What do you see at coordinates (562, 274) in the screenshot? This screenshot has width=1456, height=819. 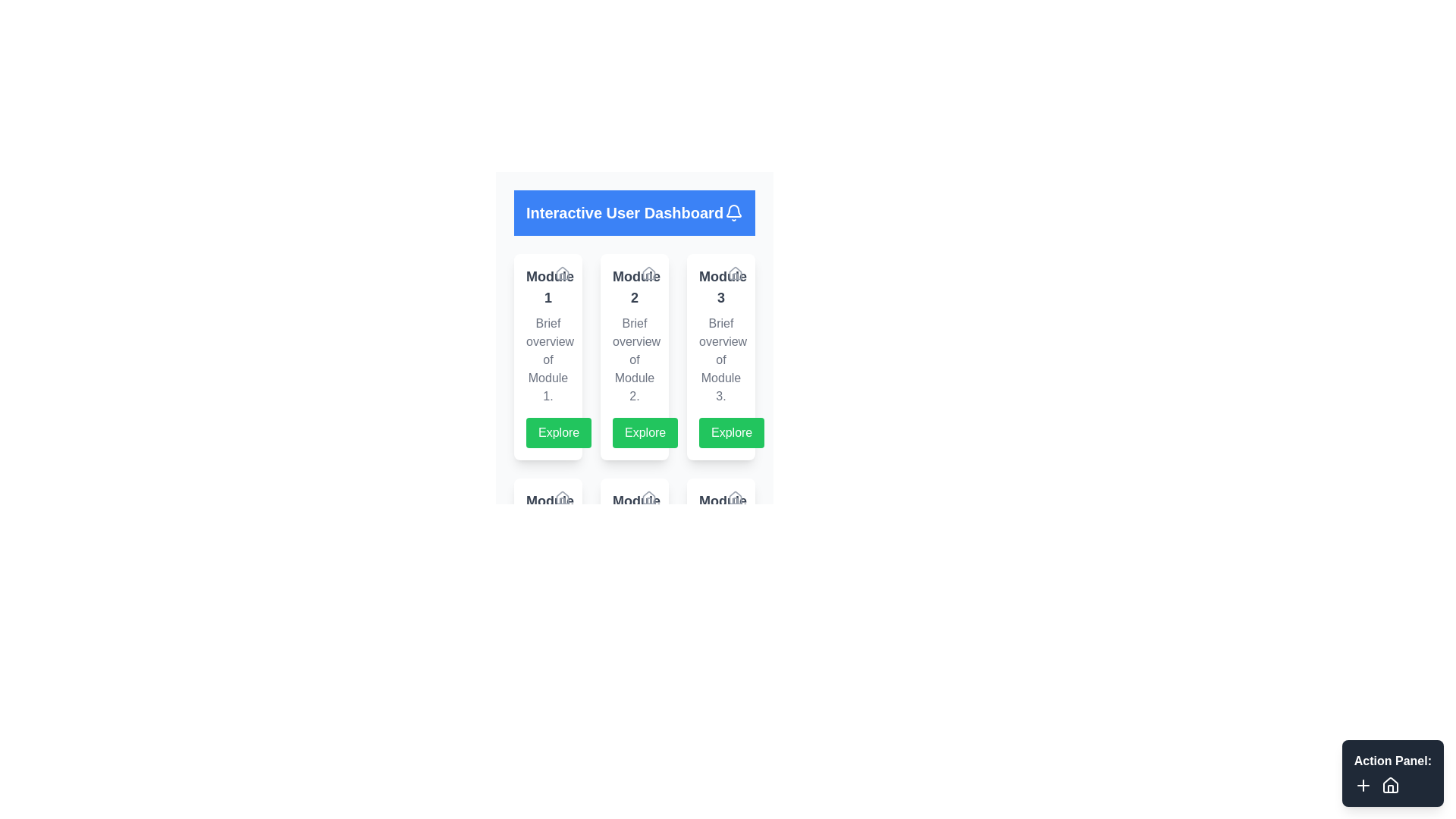 I see `the home-related icon located in the upper-right corner of the 'Module 1' card` at bounding box center [562, 274].